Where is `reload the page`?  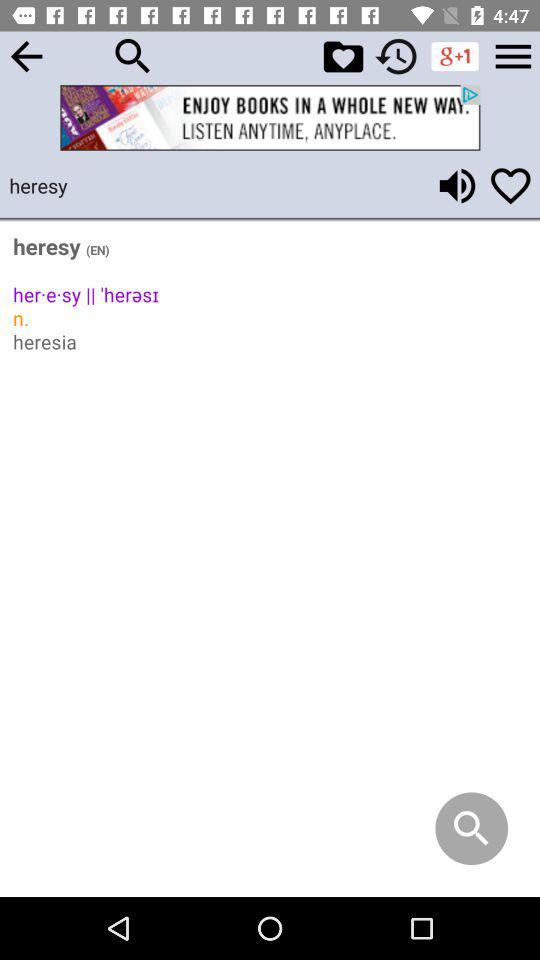 reload the page is located at coordinates (396, 55).